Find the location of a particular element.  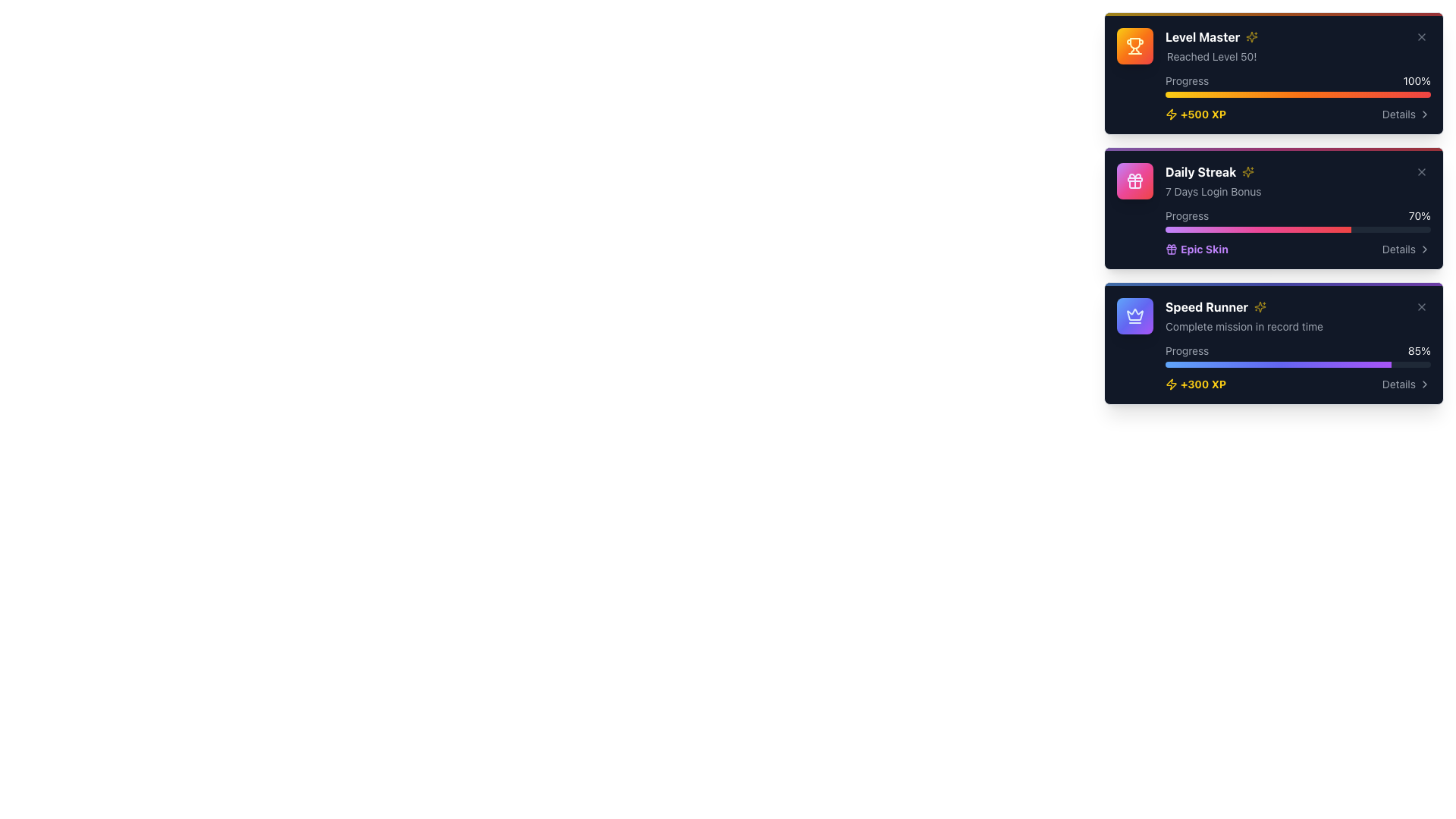

the 'Details' link/button located in the bottom-right corner of the 'Epic Skin' block to observe the color transition from gray to white is located at coordinates (1405, 248).